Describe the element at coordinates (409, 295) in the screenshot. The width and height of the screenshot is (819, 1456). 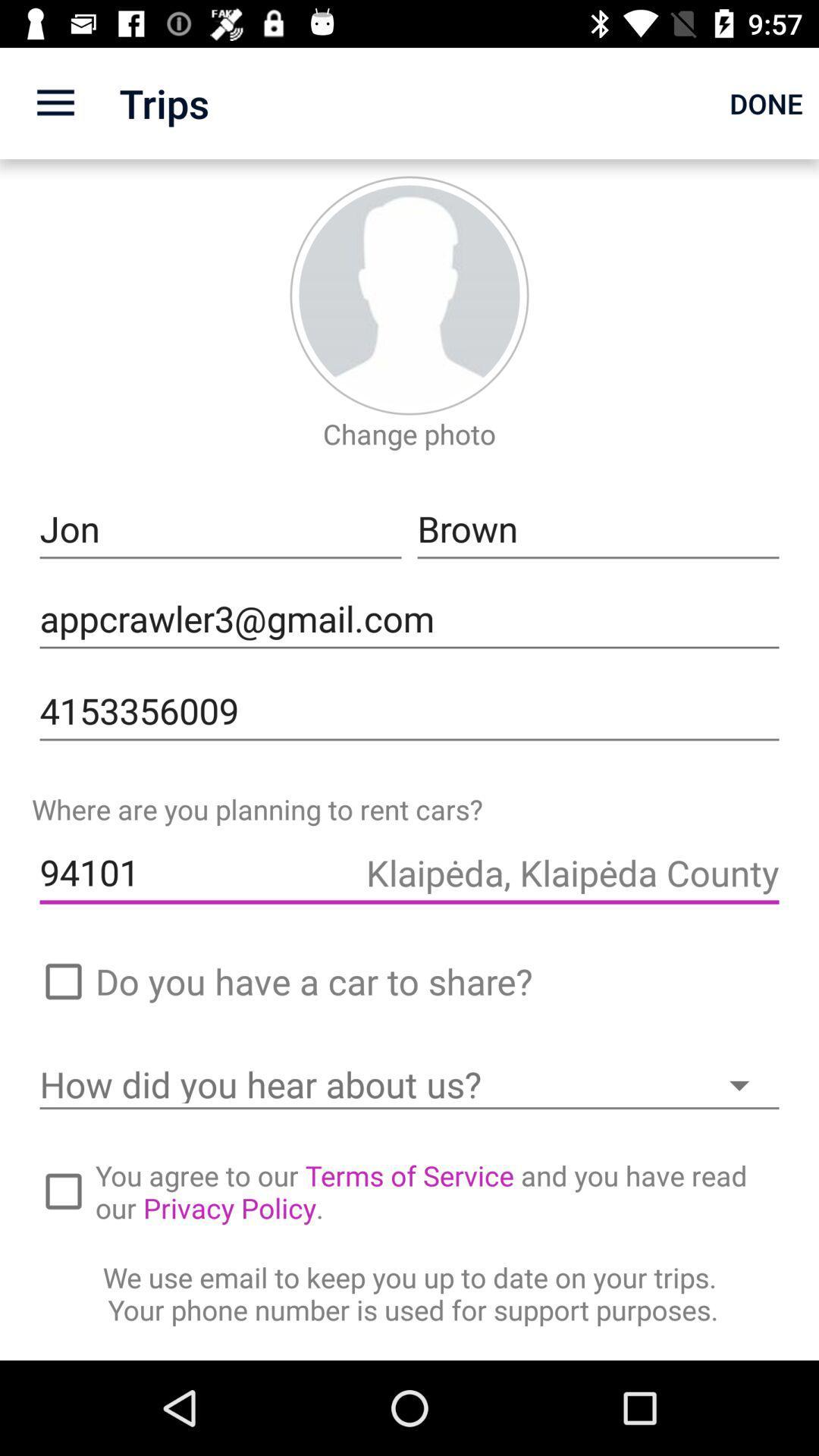
I see `icon above change photo item` at that location.